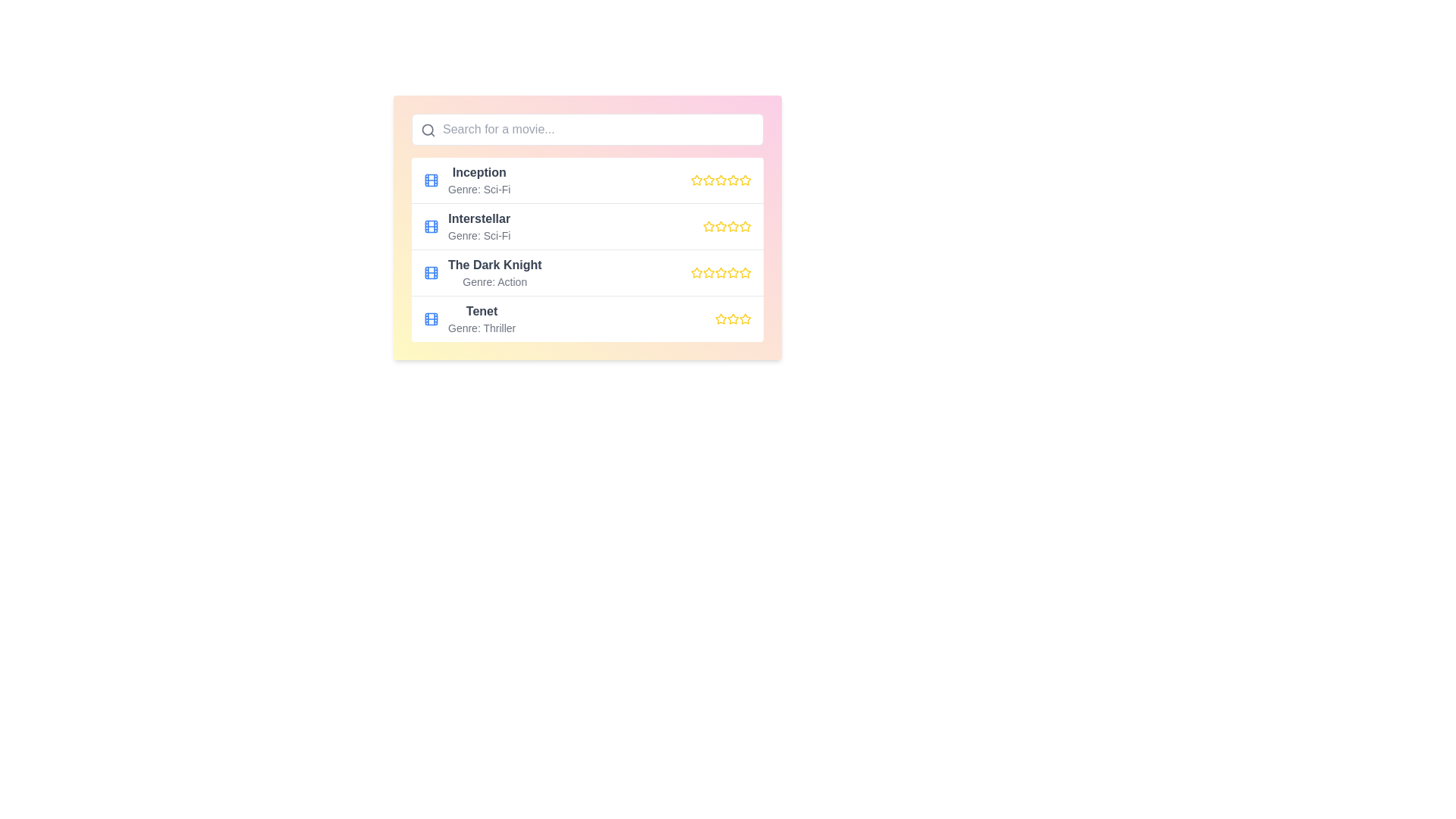  What do you see at coordinates (479, 189) in the screenshot?
I see `the genre information displayed below the 'Inception' title in the movie information list` at bounding box center [479, 189].